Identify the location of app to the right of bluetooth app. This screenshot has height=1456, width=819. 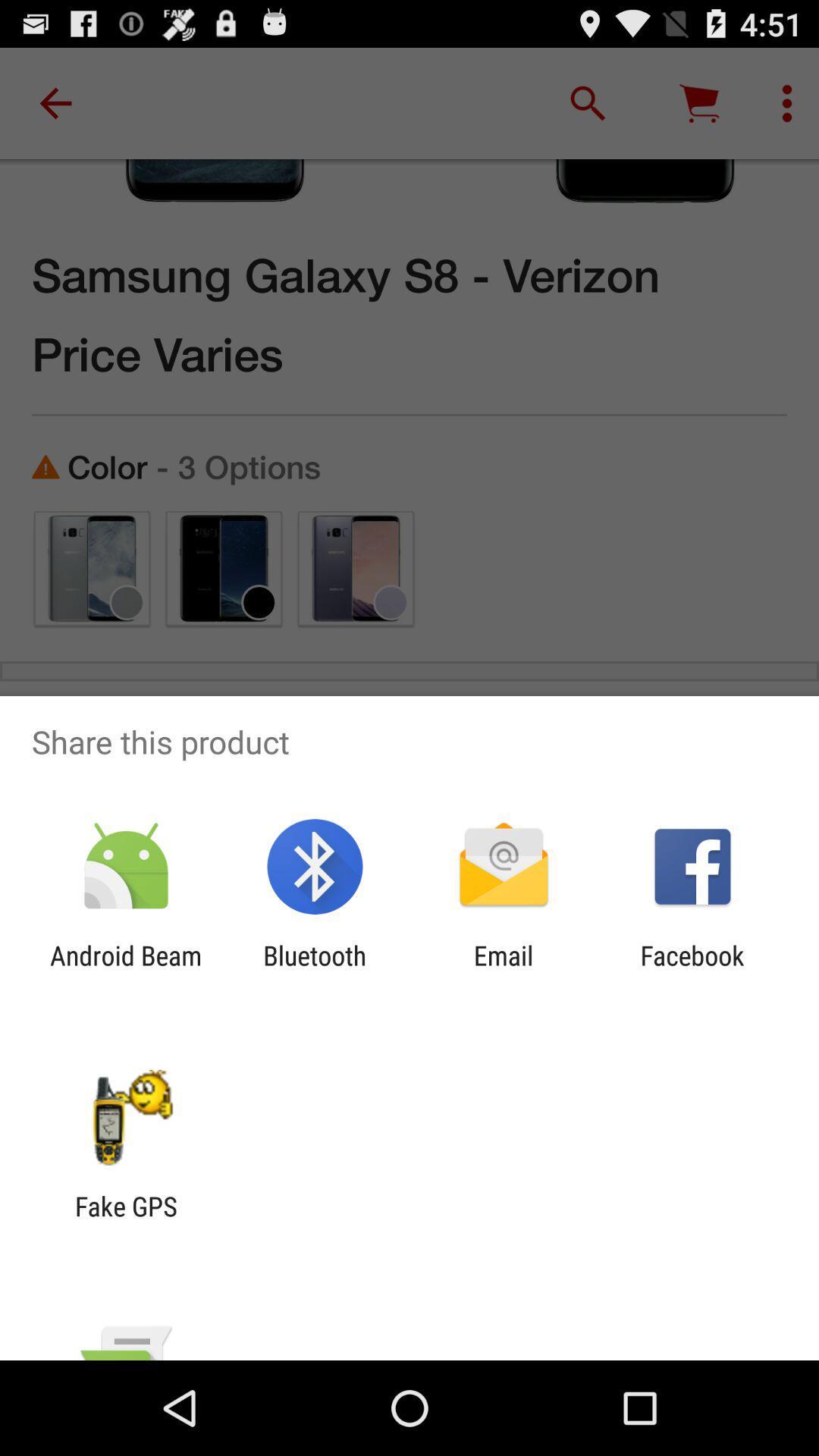
(504, 971).